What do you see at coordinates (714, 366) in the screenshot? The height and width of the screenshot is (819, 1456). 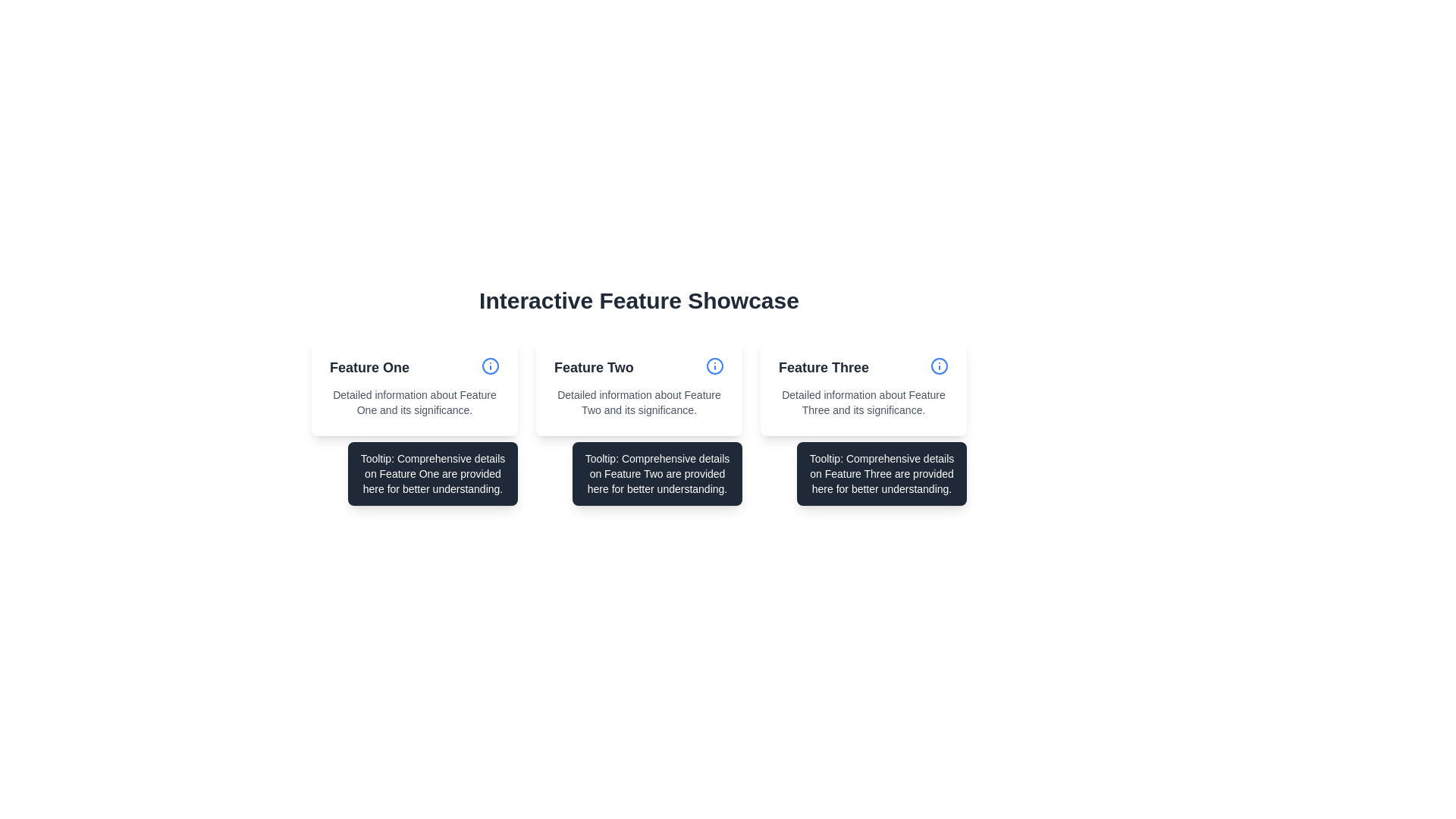 I see `the interactive icon in the 'Feature Two' section under the headline 'Interactive Feature Showcase'` at bounding box center [714, 366].